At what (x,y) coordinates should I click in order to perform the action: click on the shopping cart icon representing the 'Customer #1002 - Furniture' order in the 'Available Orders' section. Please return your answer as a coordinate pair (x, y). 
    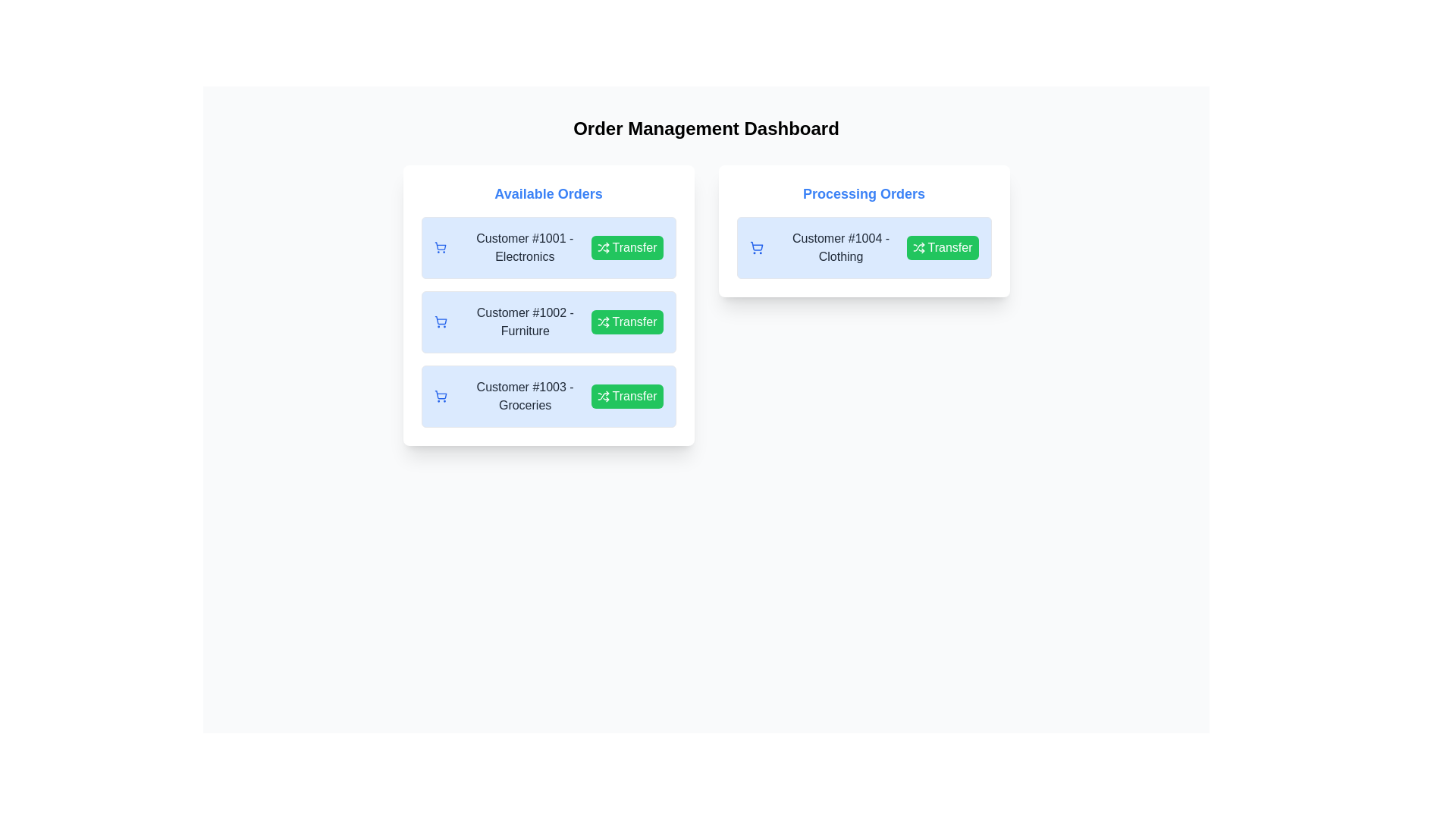
    Looking at the image, I should click on (440, 321).